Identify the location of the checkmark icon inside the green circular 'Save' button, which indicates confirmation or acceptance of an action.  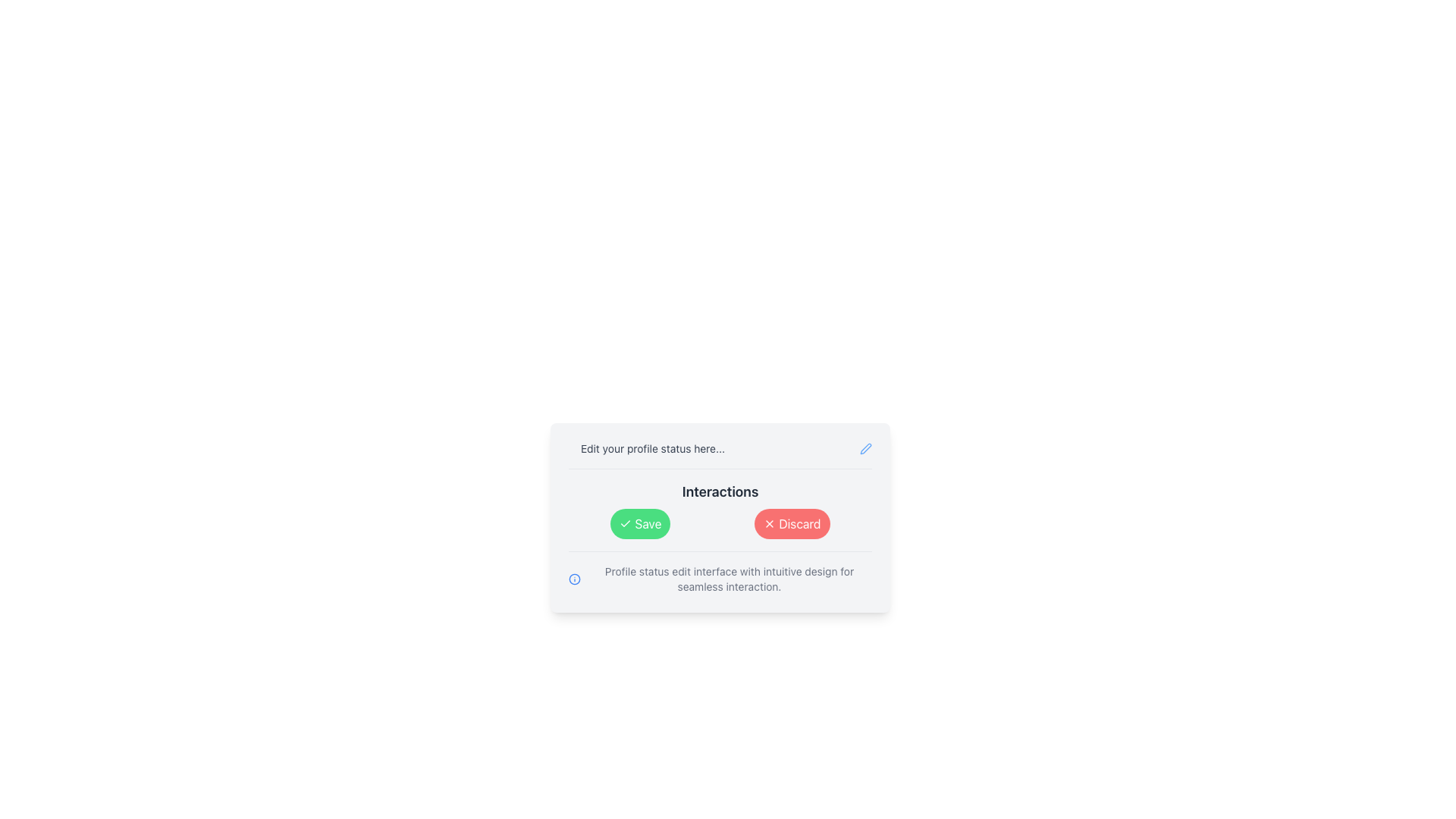
(626, 522).